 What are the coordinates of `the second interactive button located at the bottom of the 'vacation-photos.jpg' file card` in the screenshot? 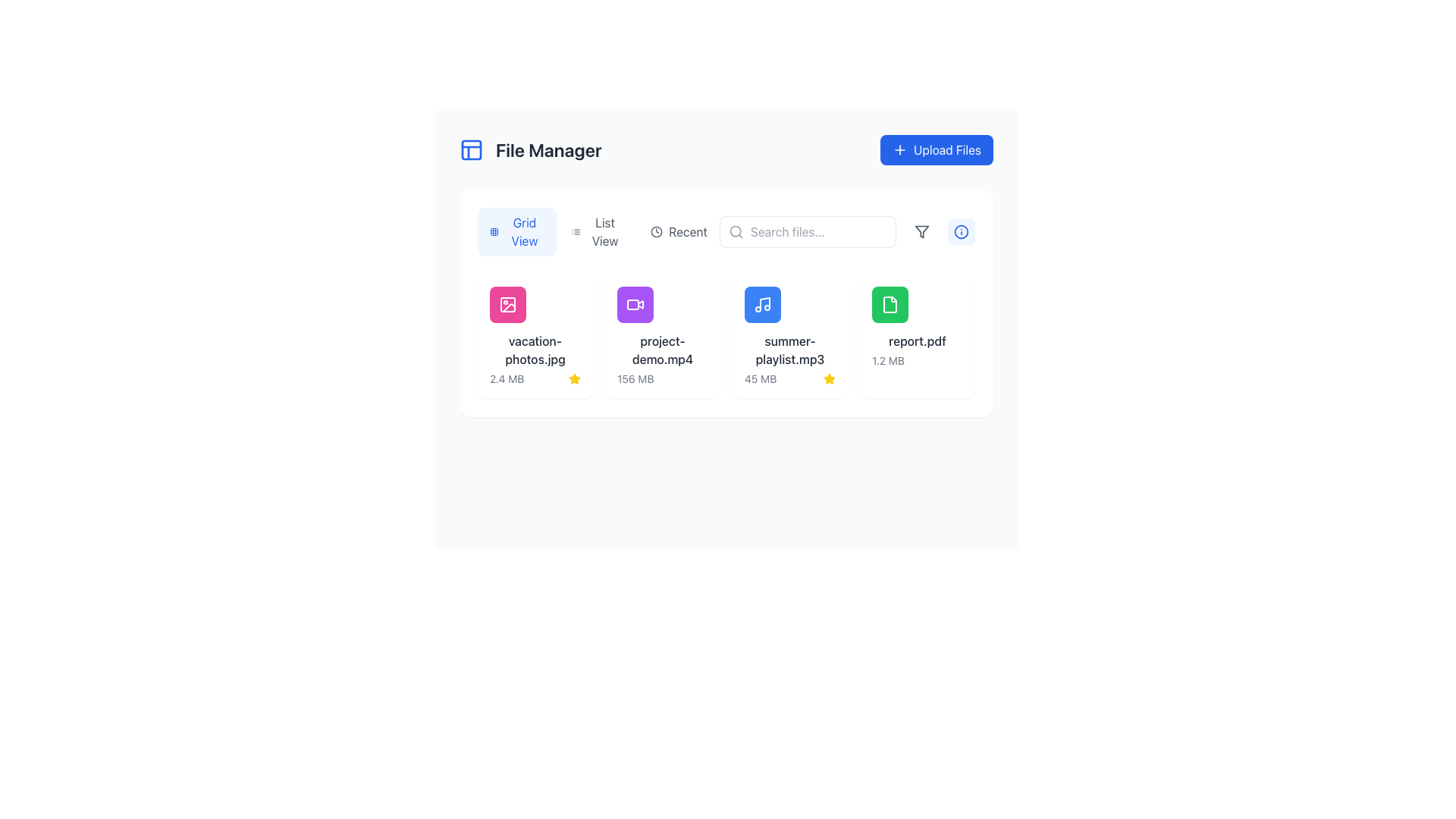 It's located at (535, 376).